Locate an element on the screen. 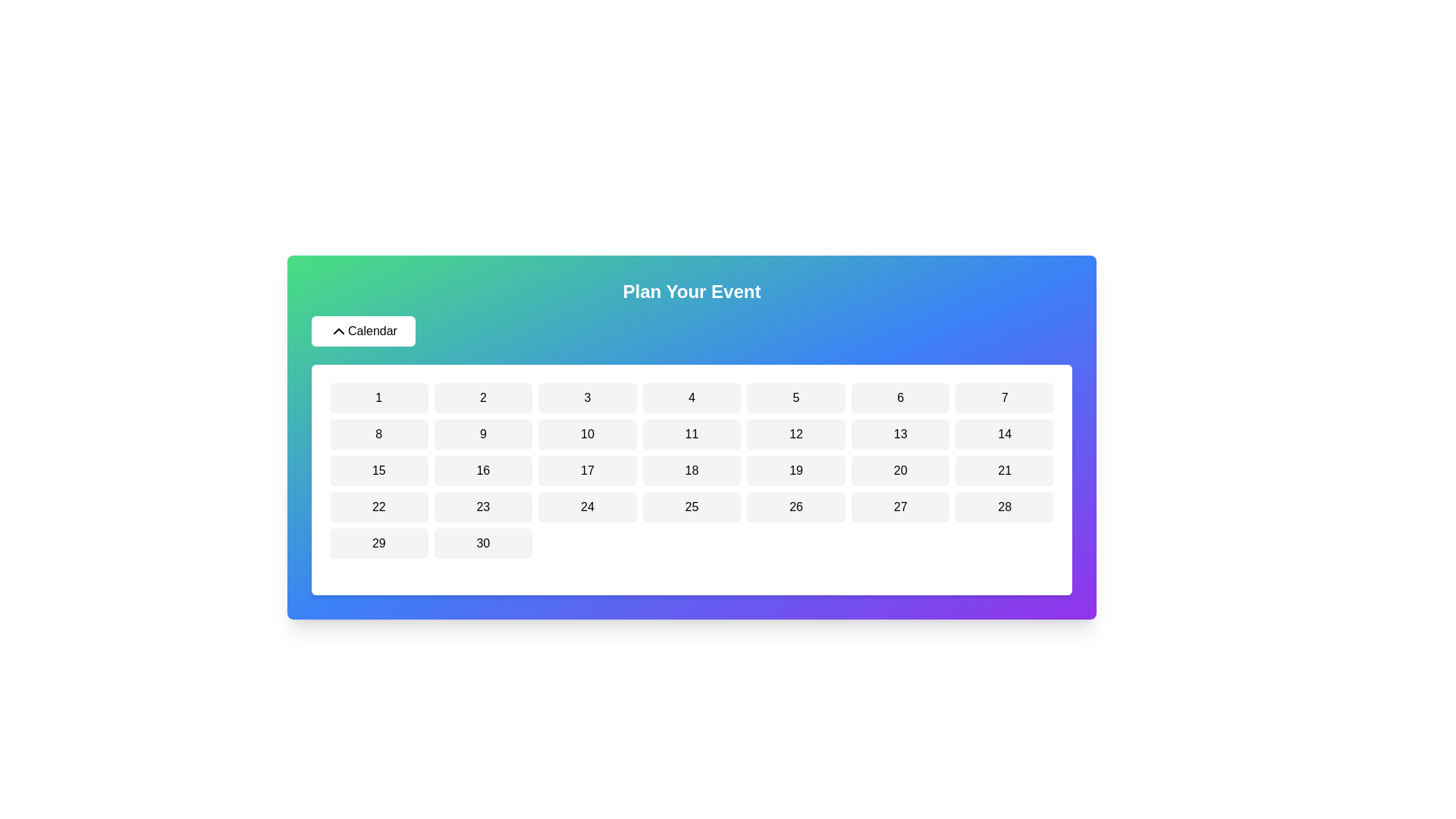  the rectangular button with rounded edges displaying the number '20' in black text, located in the fourth row and sixth column of the calendar grid layout, to change its background color is located at coordinates (900, 470).